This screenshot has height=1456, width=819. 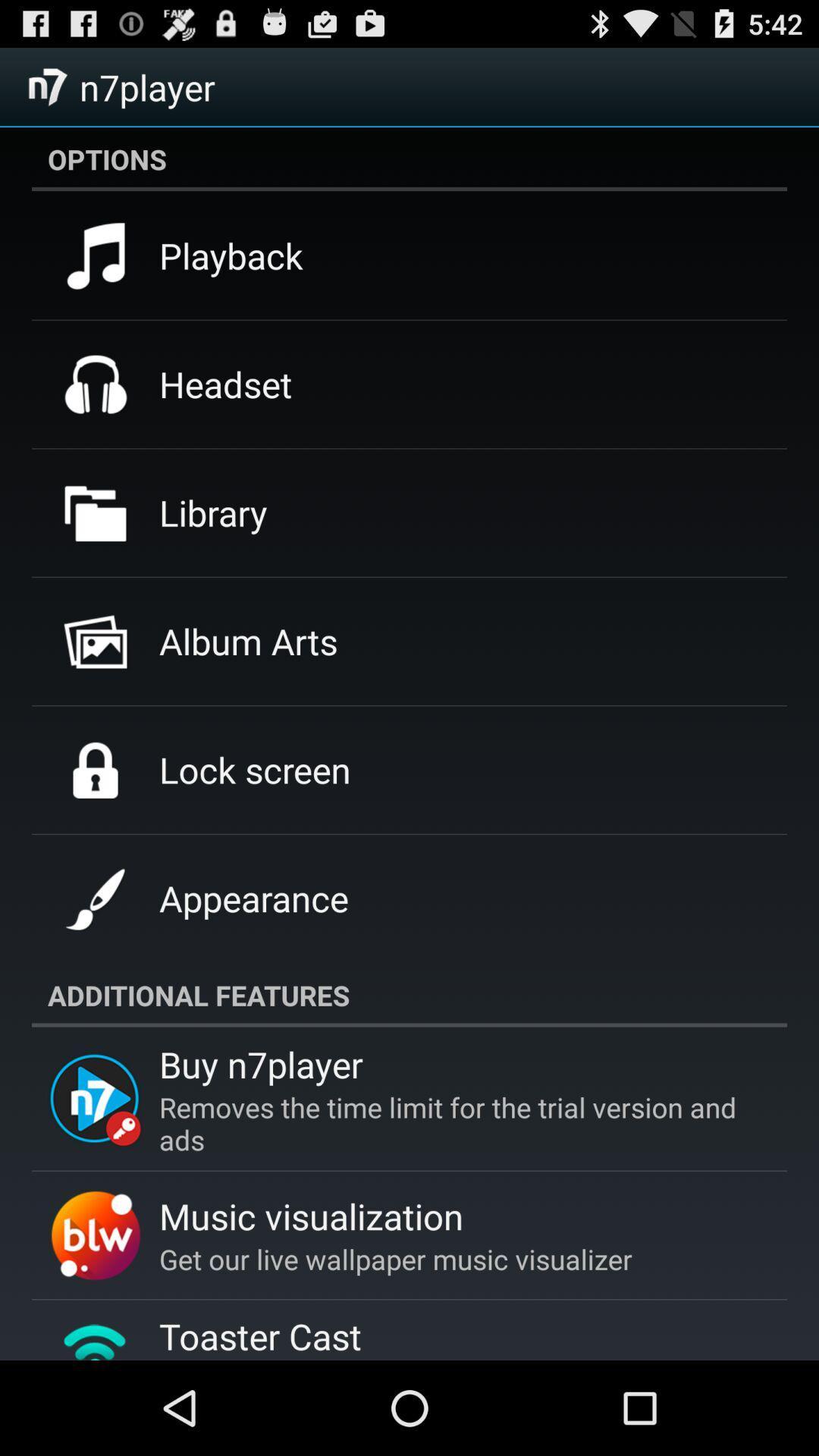 What do you see at coordinates (254, 770) in the screenshot?
I see `app above appearance app` at bounding box center [254, 770].